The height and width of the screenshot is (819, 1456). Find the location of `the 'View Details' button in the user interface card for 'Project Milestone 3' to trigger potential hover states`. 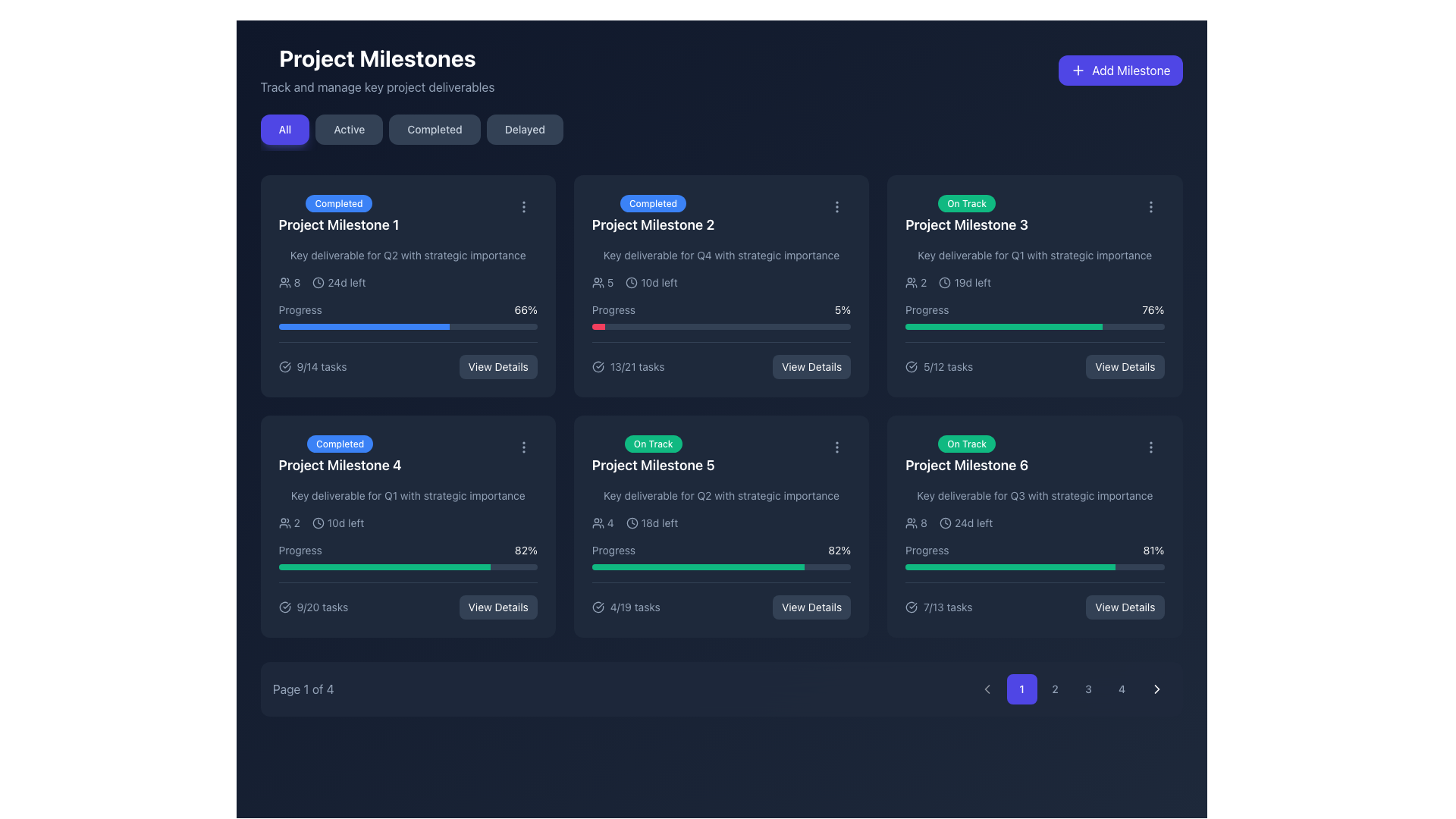

the 'View Details' button in the user interface card for 'Project Milestone 3' to trigger potential hover states is located at coordinates (1125, 366).